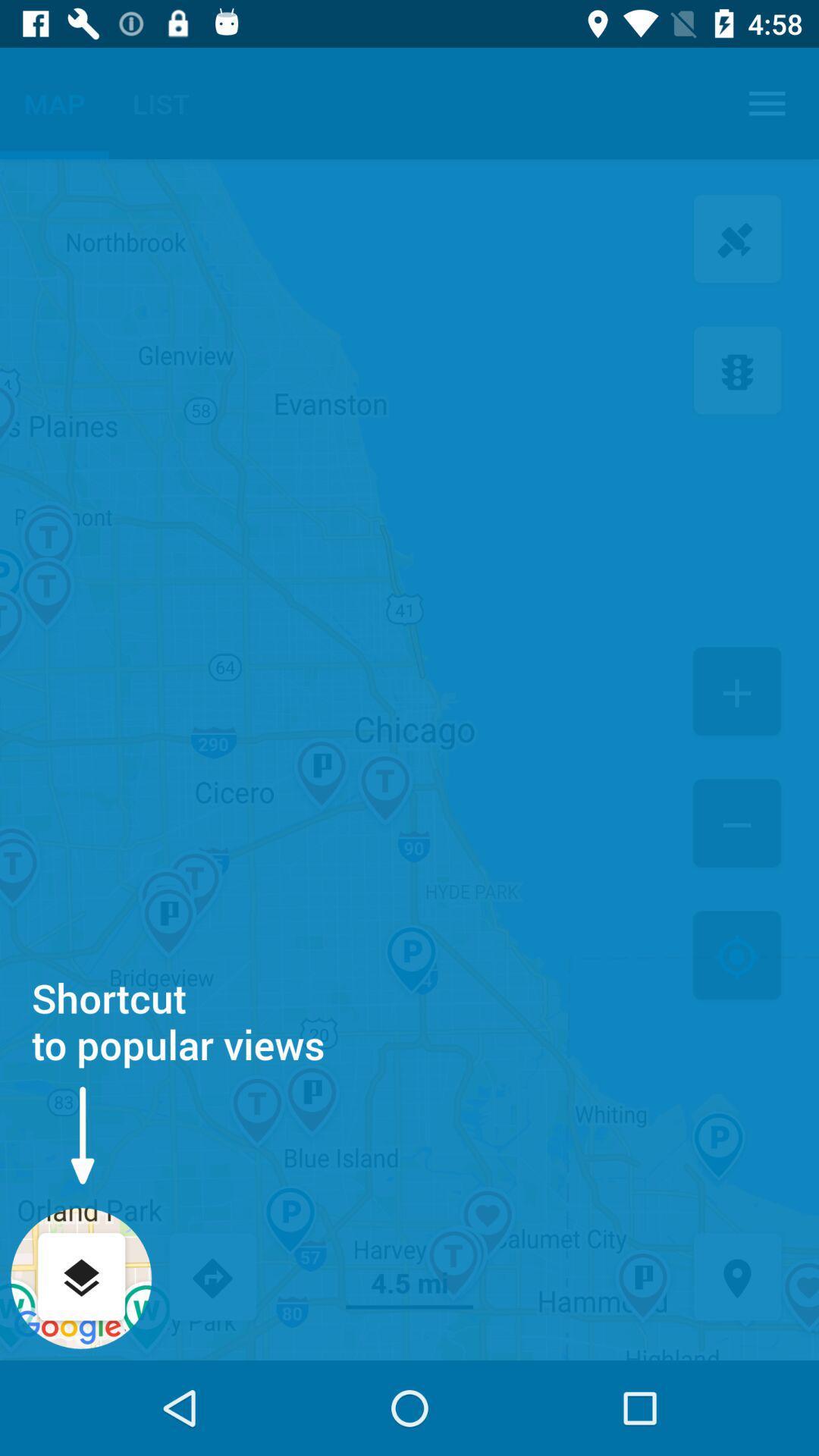 This screenshot has width=819, height=1456. Describe the element at coordinates (736, 956) in the screenshot. I see `the item next to shortcut to popular item` at that location.